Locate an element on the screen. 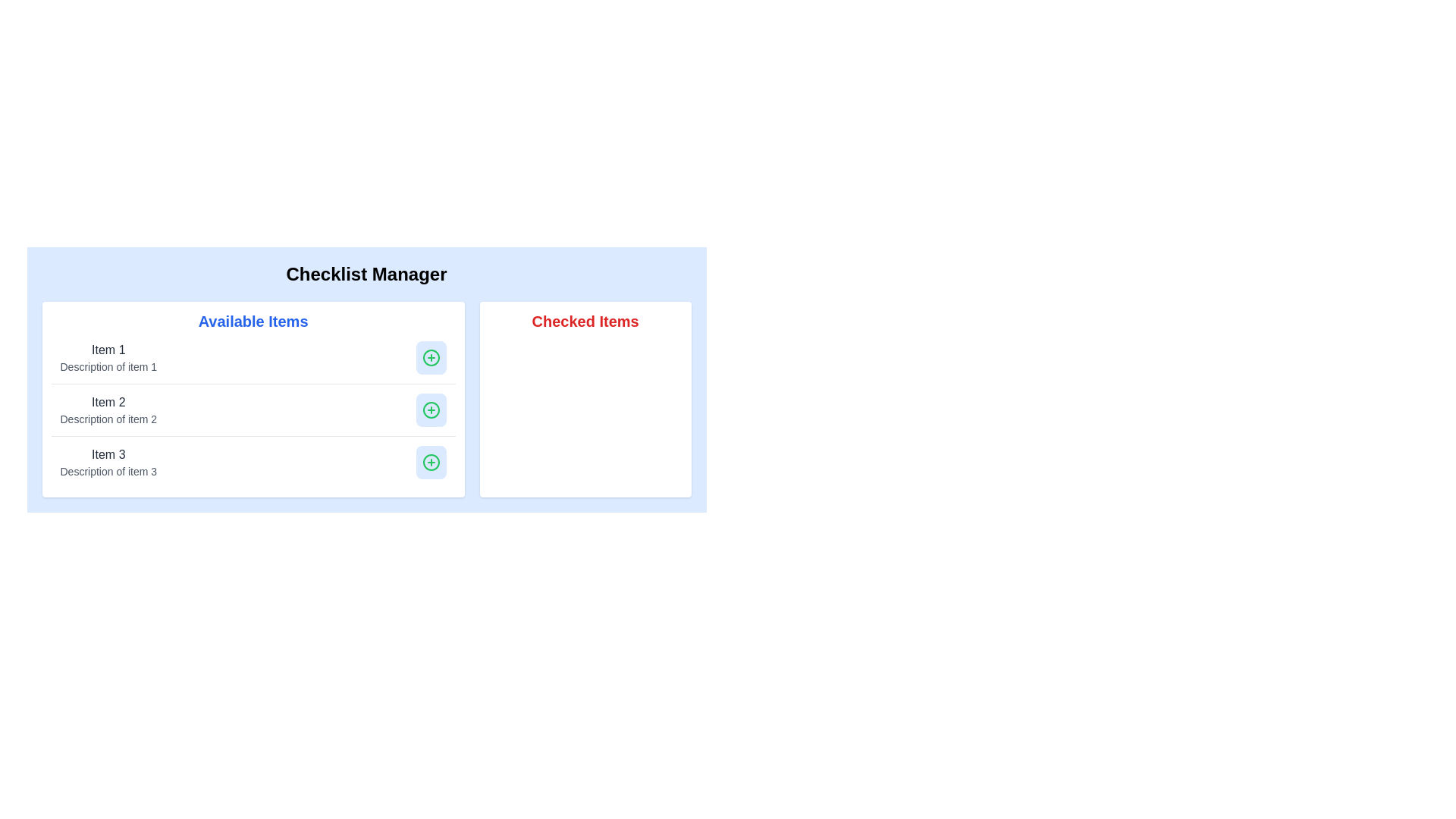  the 'Checked Items' text label, which is a bold red header located at the top of the right-hand panel within the checklist interface is located at coordinates (585, 321).